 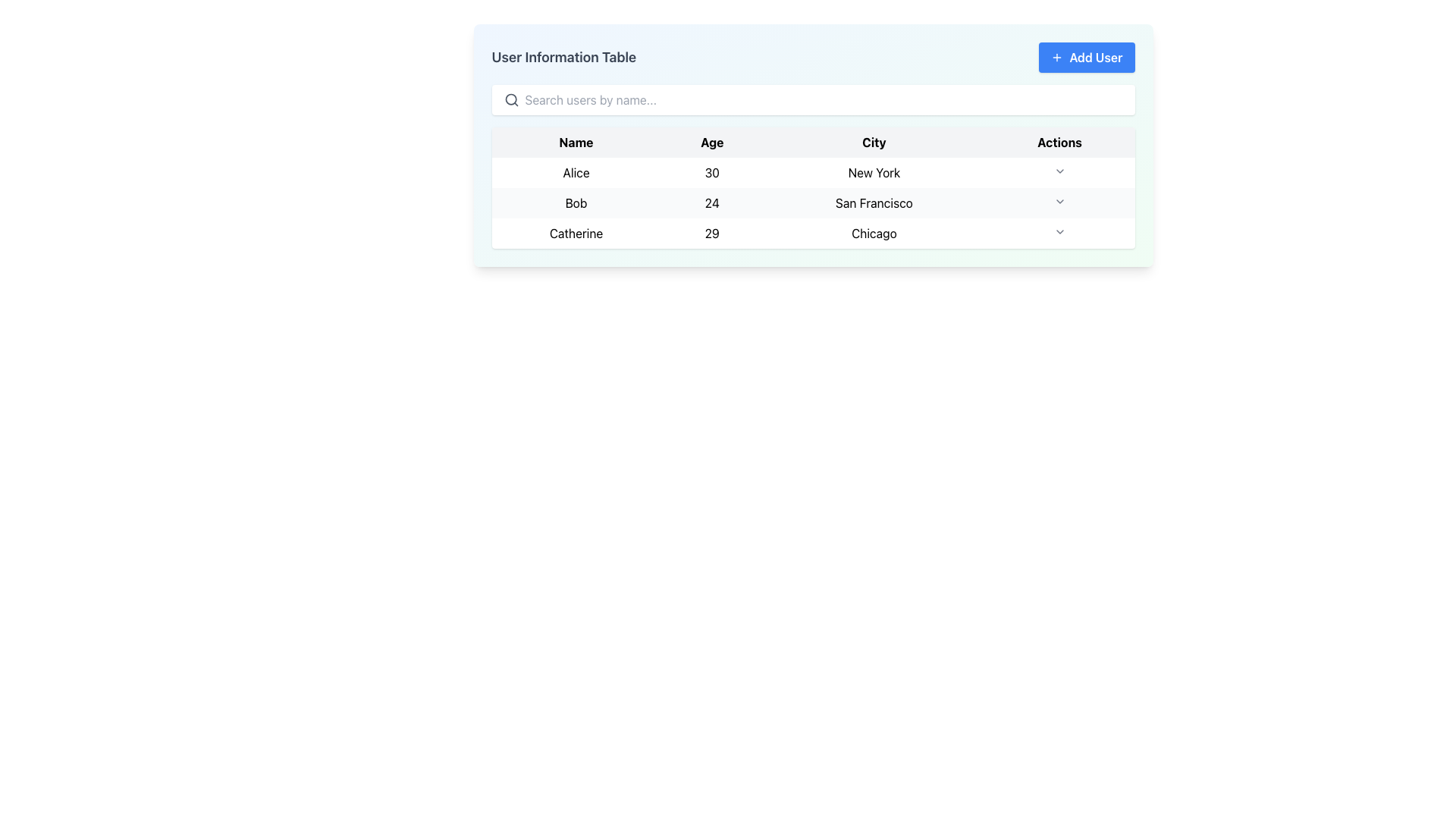 What do you see at coordinates (575, 202) in the screenshot?
I see `the static text label displaying 'Bob' located in the second row of the 'Name' column in the table` at bounding box center [575, 202].